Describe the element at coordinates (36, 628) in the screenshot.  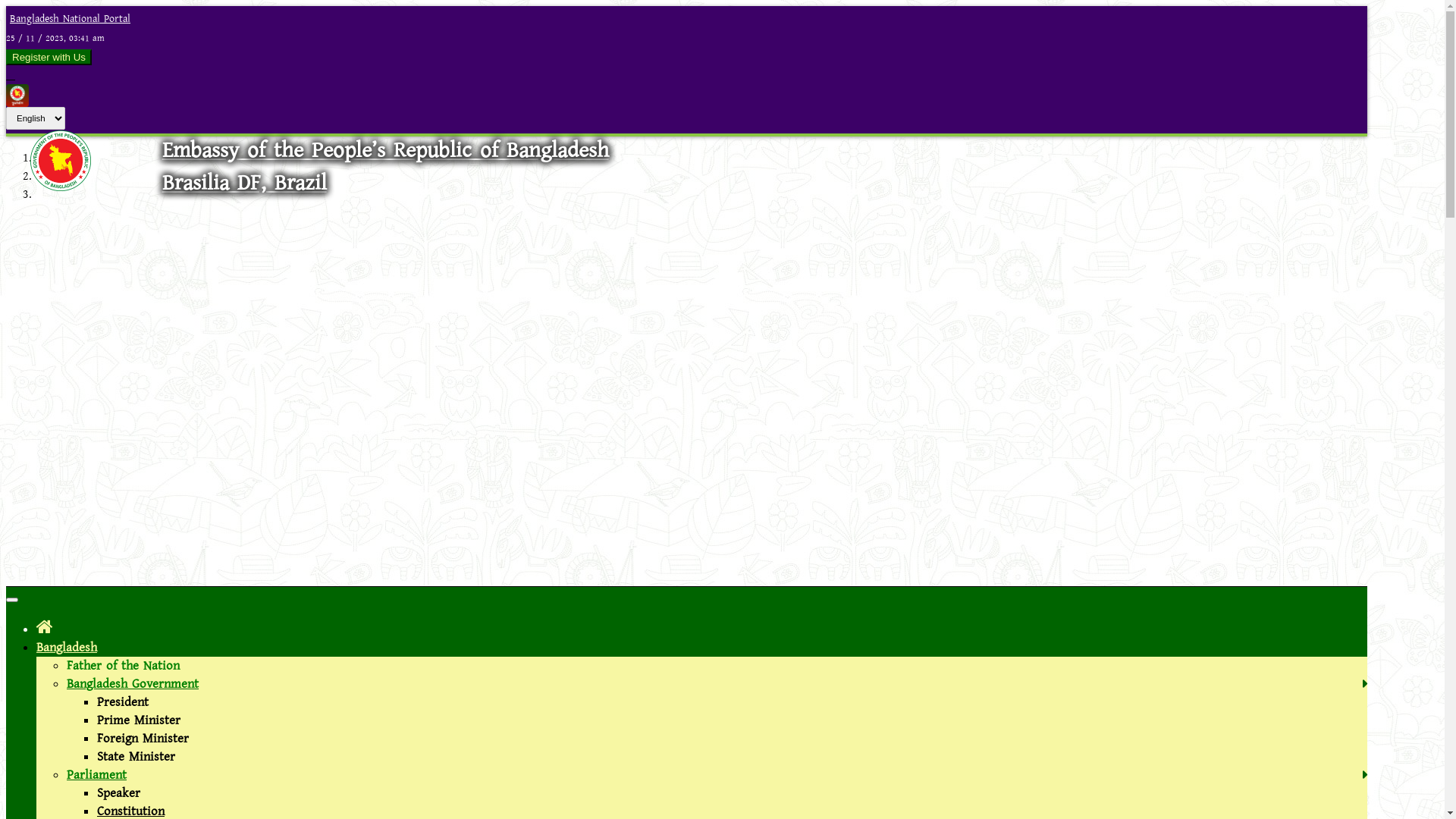
I see `'Home'` at that location.